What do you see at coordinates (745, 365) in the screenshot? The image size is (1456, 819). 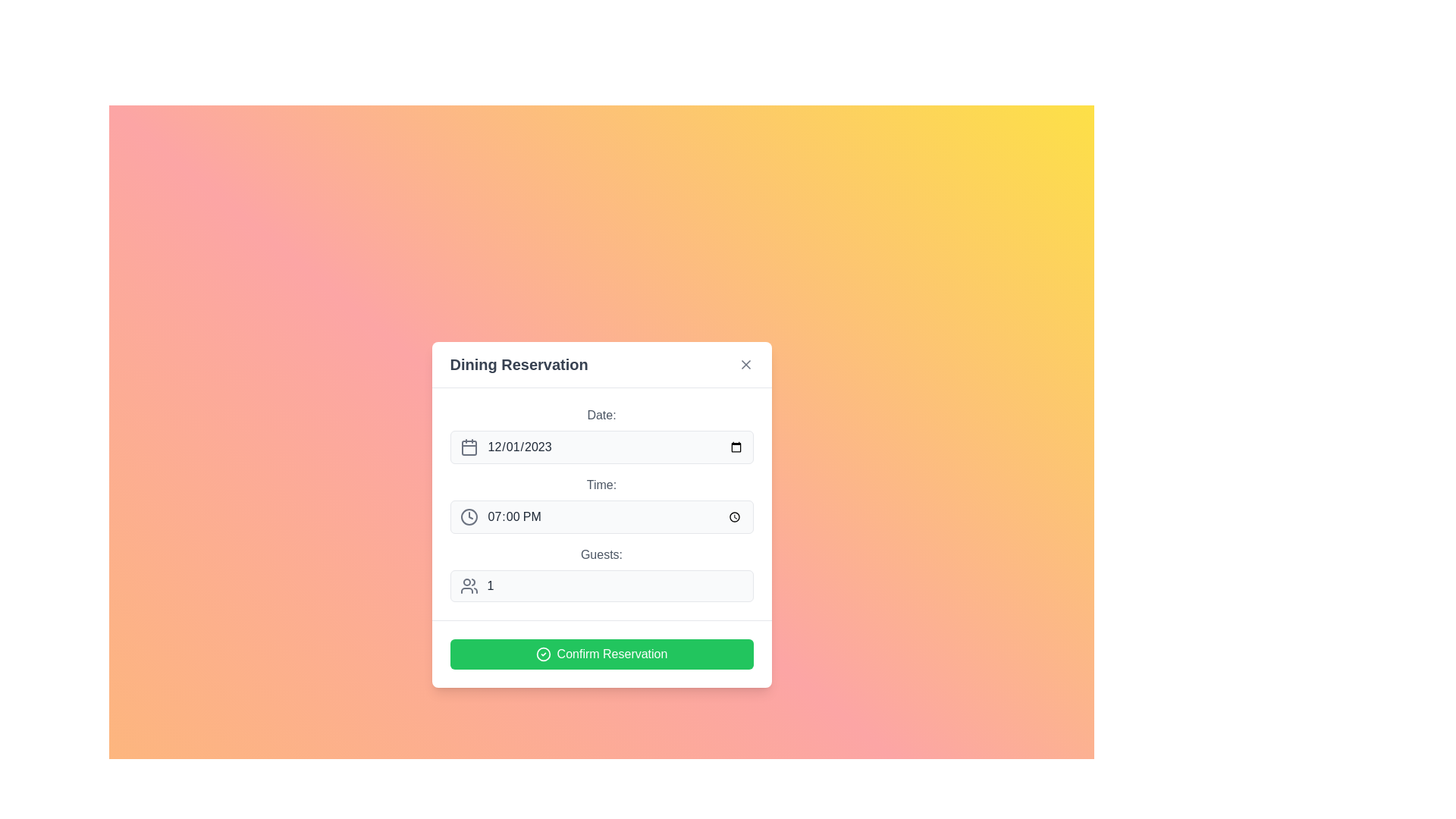 I see `the close button located in the top-right corner of the 'Dining Reservation' modal` at bounding box center [745, 365].